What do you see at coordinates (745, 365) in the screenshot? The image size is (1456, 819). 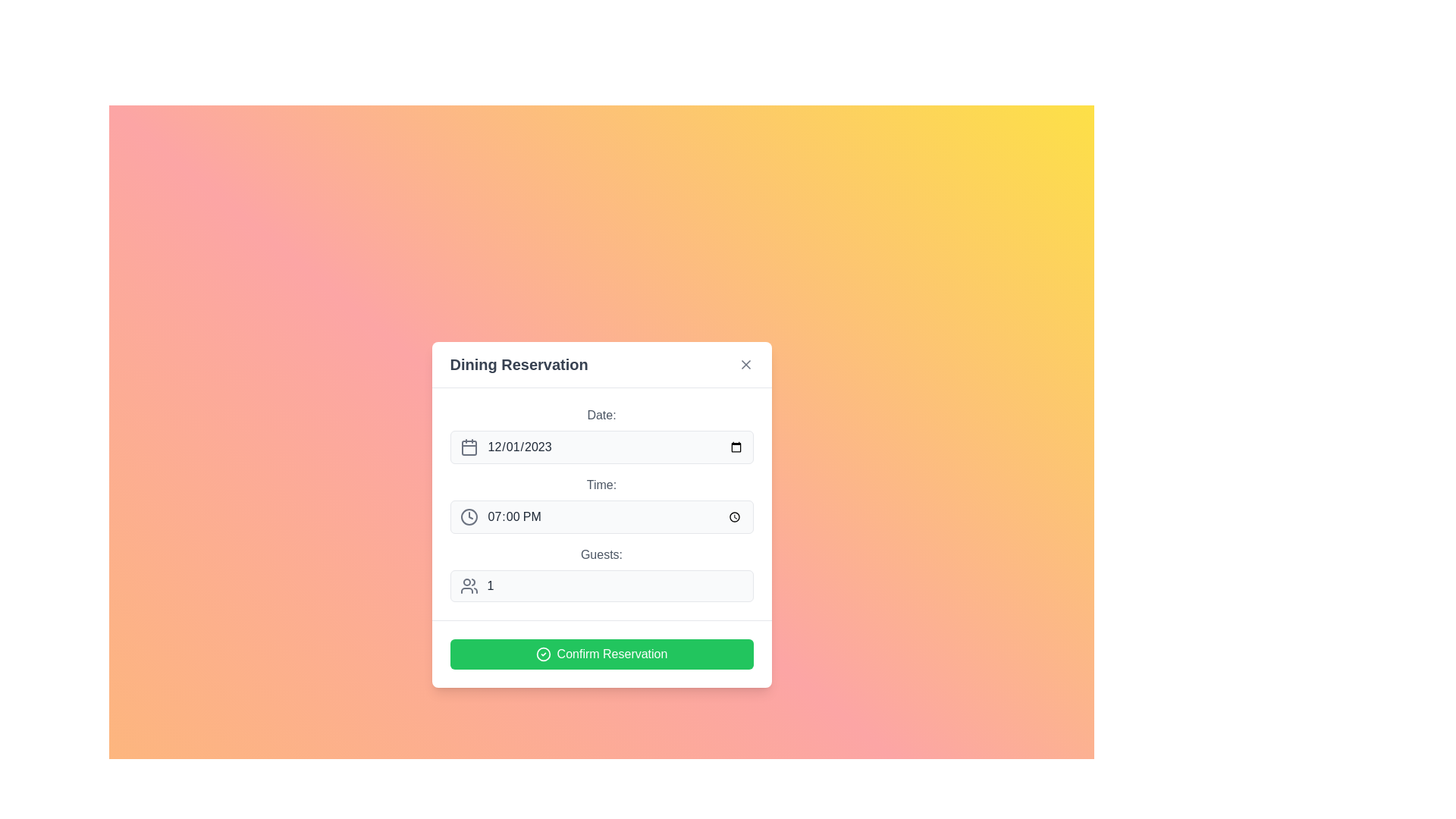 I see `the close button located in the top-right corner of the 'Dining Reservation' modal` at bounding box center [745, 365].